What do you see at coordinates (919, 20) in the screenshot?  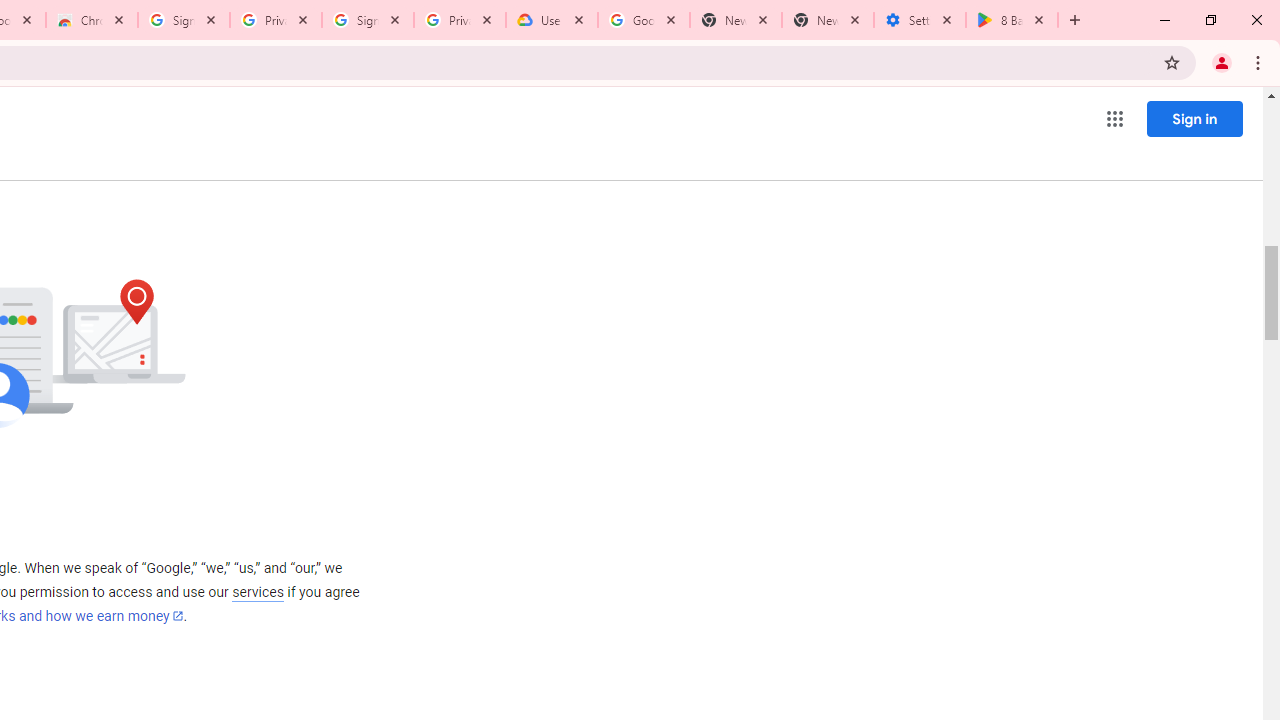 I see `'Settings - System'` at bounding box center [919, 20].